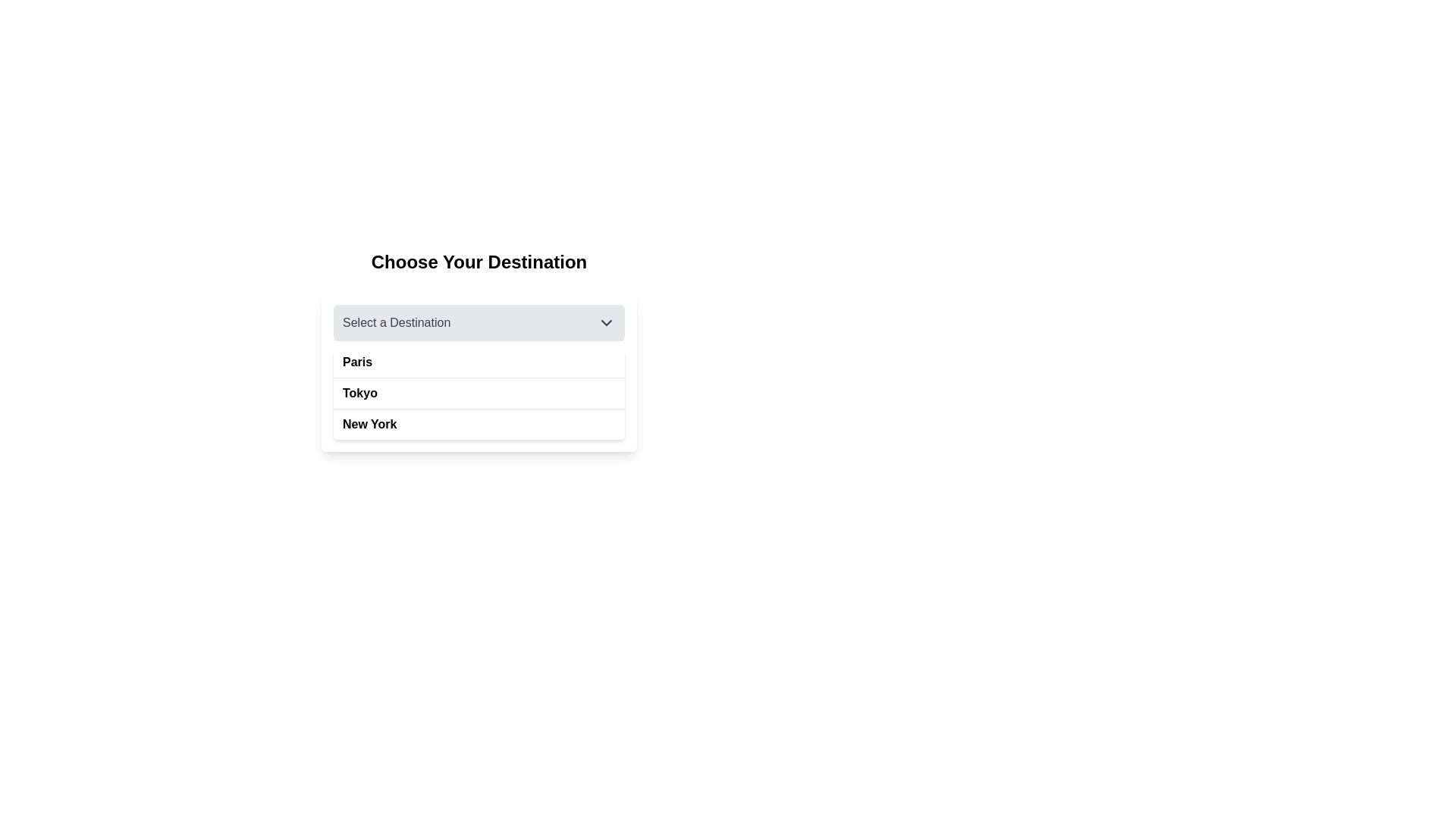 Image resolution: width=1456 pixels, height=819 pixels. I want to click on the list item displaying 'Tokyo', so click(479, 393).